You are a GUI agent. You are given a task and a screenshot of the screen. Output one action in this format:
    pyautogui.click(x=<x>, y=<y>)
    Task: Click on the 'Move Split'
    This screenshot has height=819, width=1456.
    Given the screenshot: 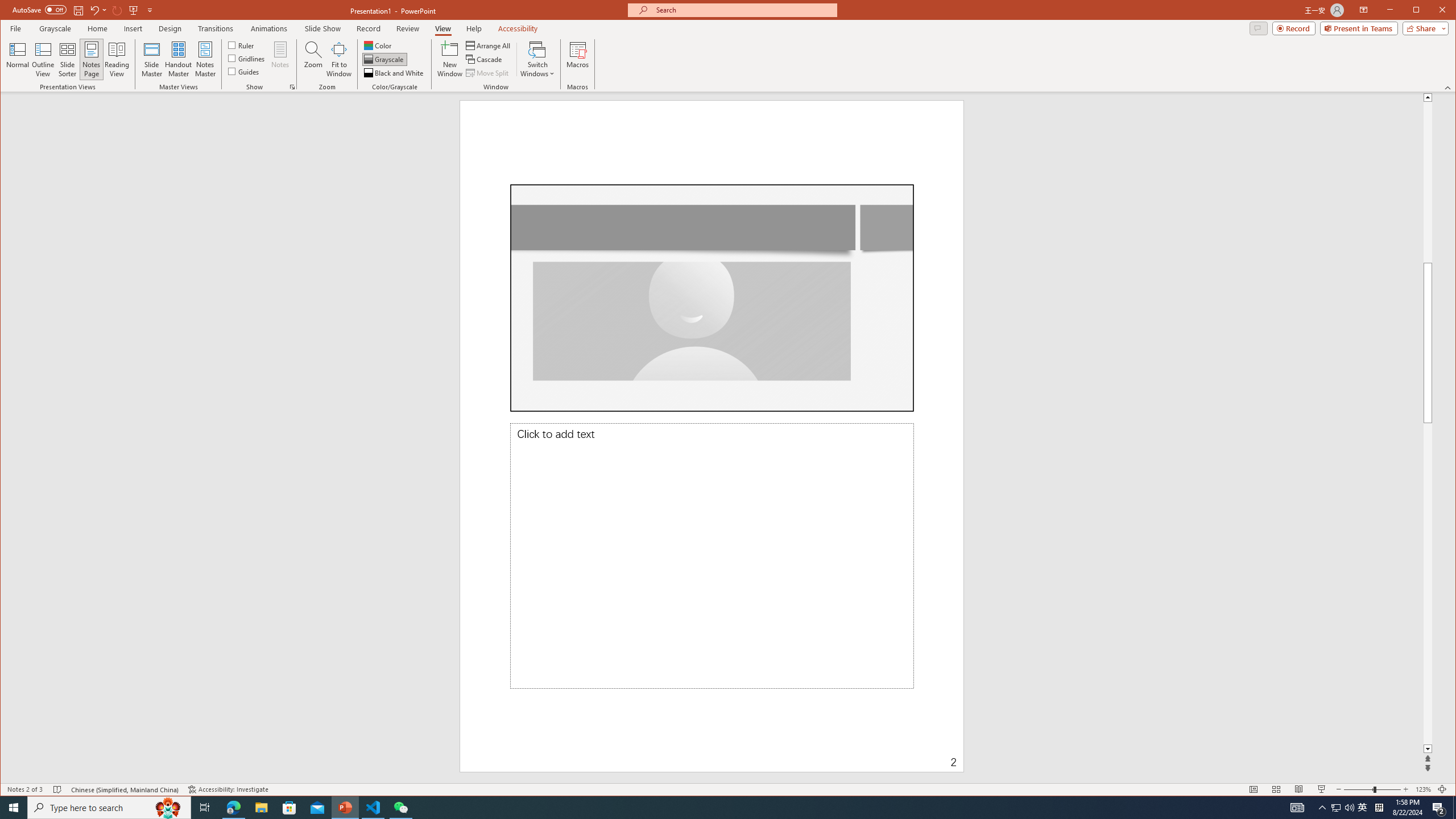 What is the action you would take?
    pyautogui.click(x=487, y=72)
    